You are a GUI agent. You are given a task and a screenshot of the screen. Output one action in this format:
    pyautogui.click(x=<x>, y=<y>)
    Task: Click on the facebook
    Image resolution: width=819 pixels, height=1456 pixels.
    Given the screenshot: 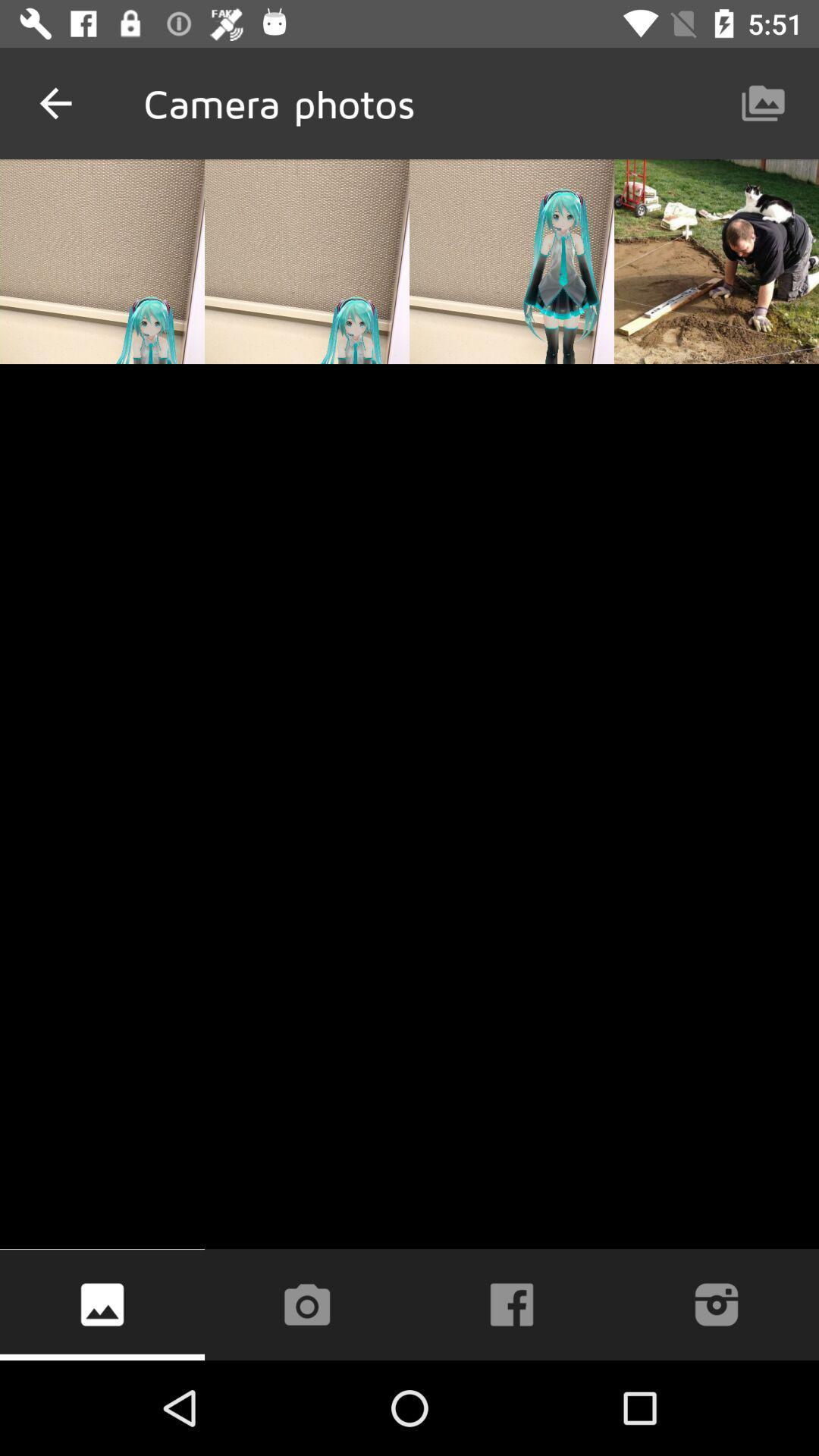 What is the action you would take?
    pyautogui.click(x=512, y=1304)
    